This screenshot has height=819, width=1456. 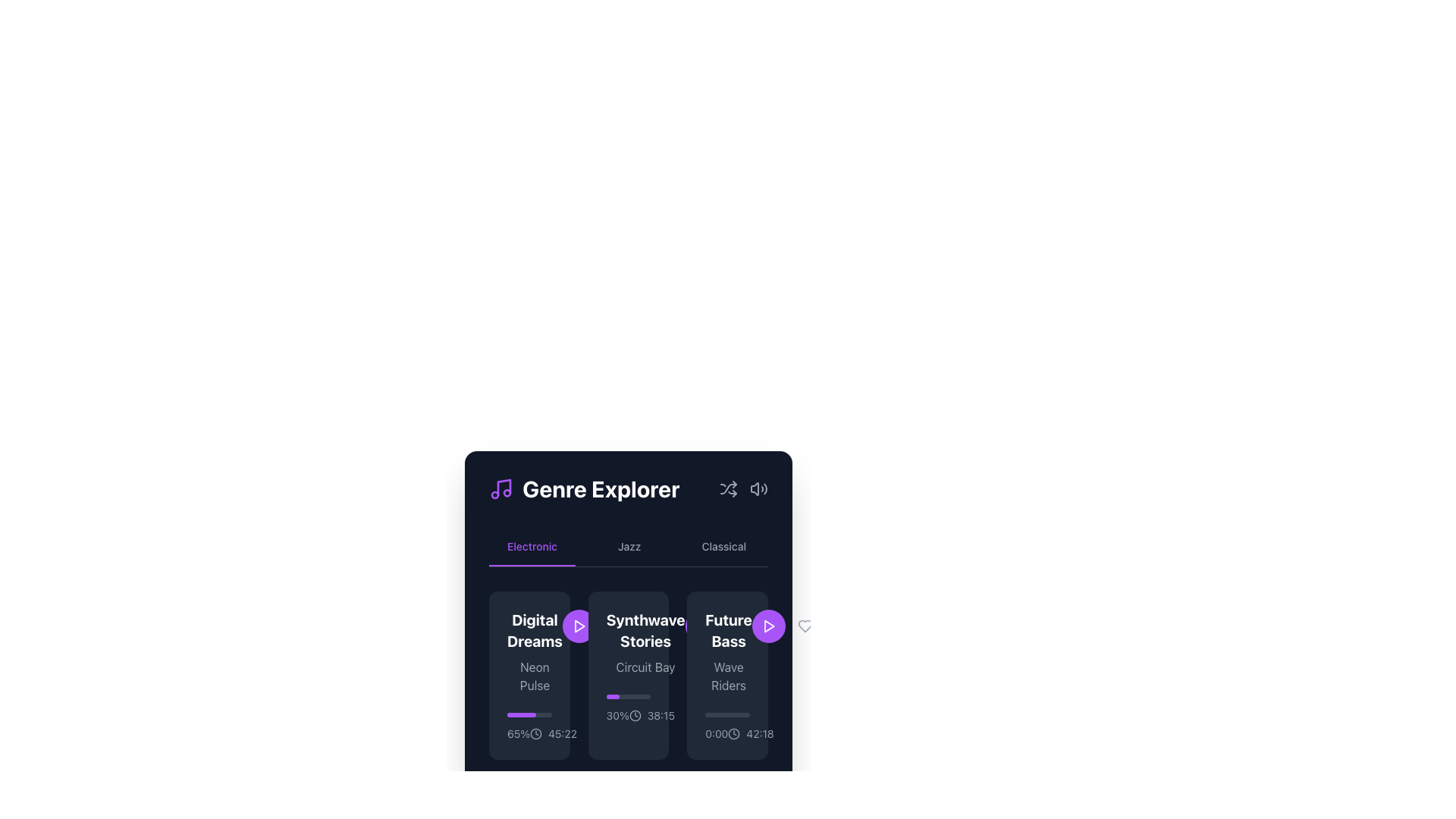 What do you see at coordinates (629, 675) in the screenshot?
I see `the content card displaying information about a music track, which is the second panel from the left under the 'Electronic' tab in a grid layout` at bounding box center [629, 675].